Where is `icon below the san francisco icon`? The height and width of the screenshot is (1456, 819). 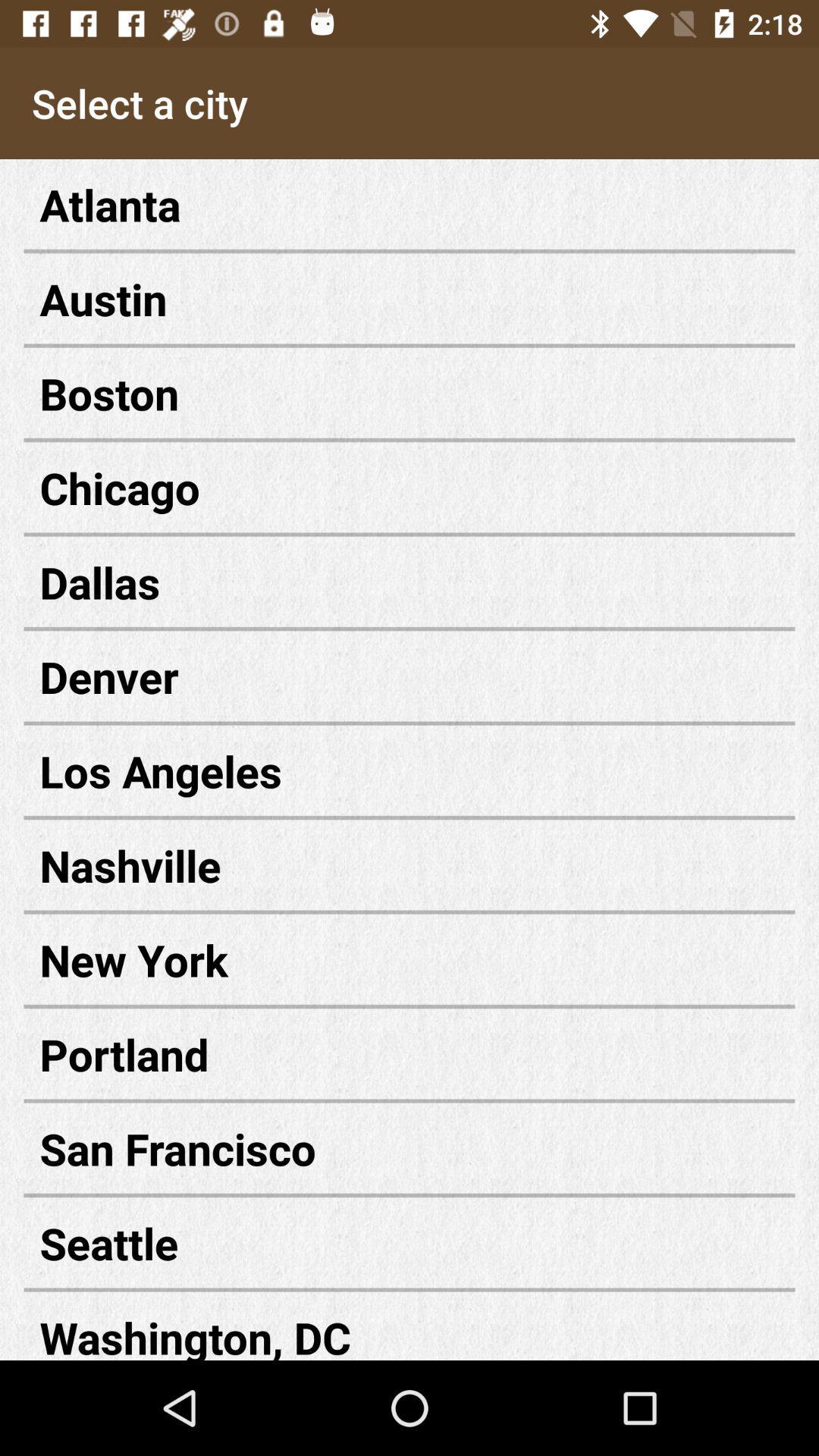
icon below the san francisco icon is located at coordinates (409, 1243).